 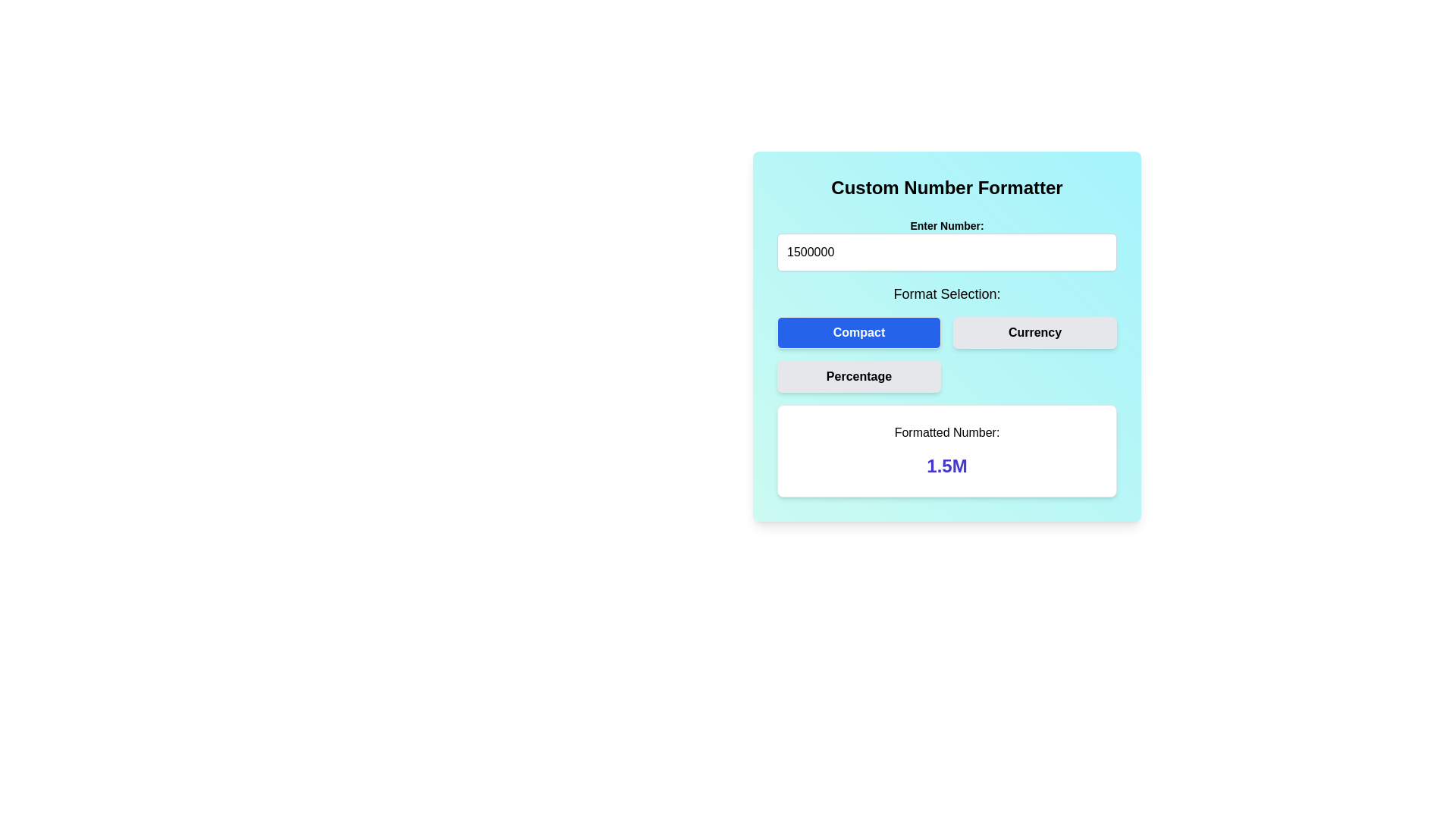 What do you see at coordinates (946, 294) in the screenshot?
I see `label with the text 'Format Selection:' which is styled in bold and located above the selection buttons` at bounding box center [946, 294].